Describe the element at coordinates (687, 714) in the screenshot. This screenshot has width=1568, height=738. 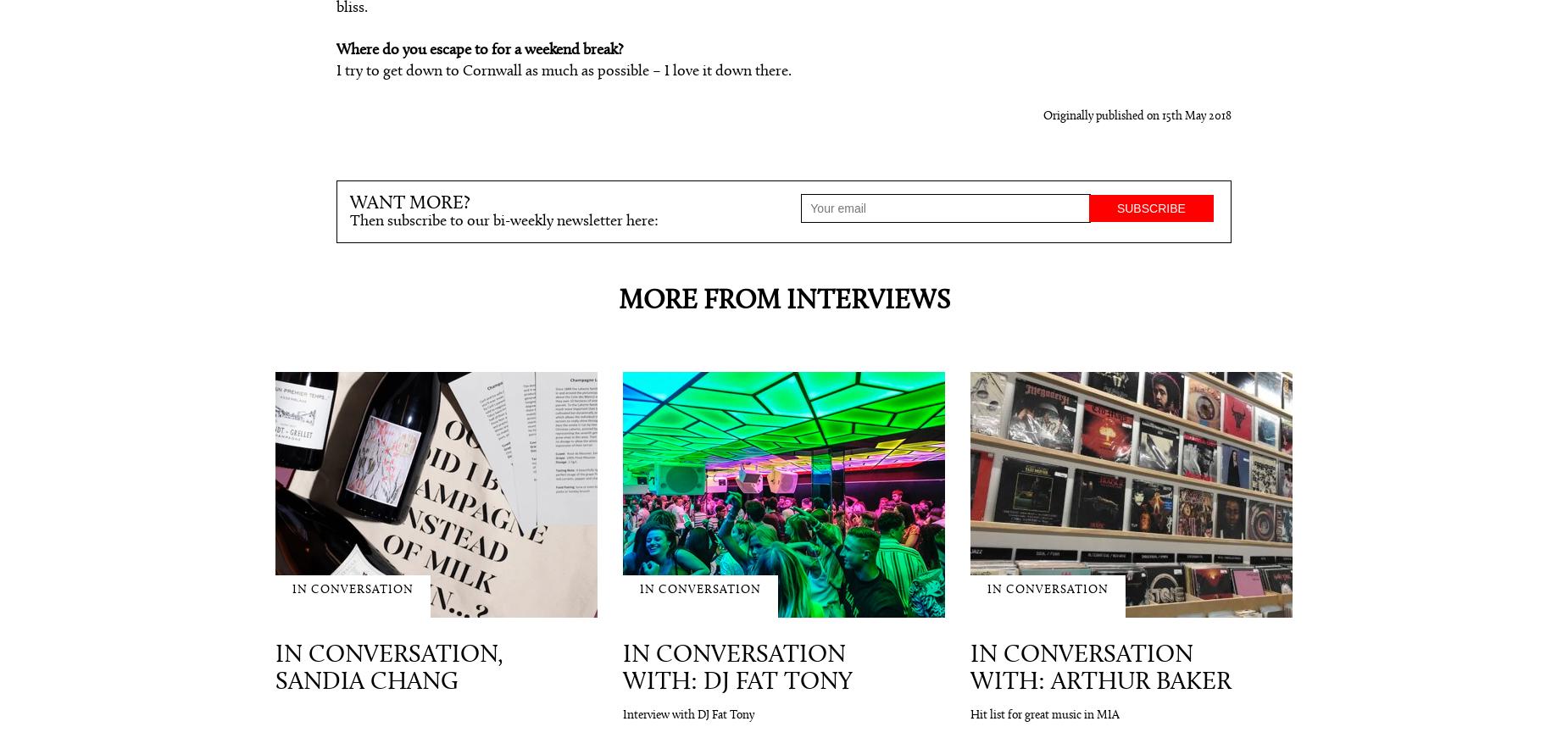
I see `'Interview with DJ Fat Tony'` at that location.